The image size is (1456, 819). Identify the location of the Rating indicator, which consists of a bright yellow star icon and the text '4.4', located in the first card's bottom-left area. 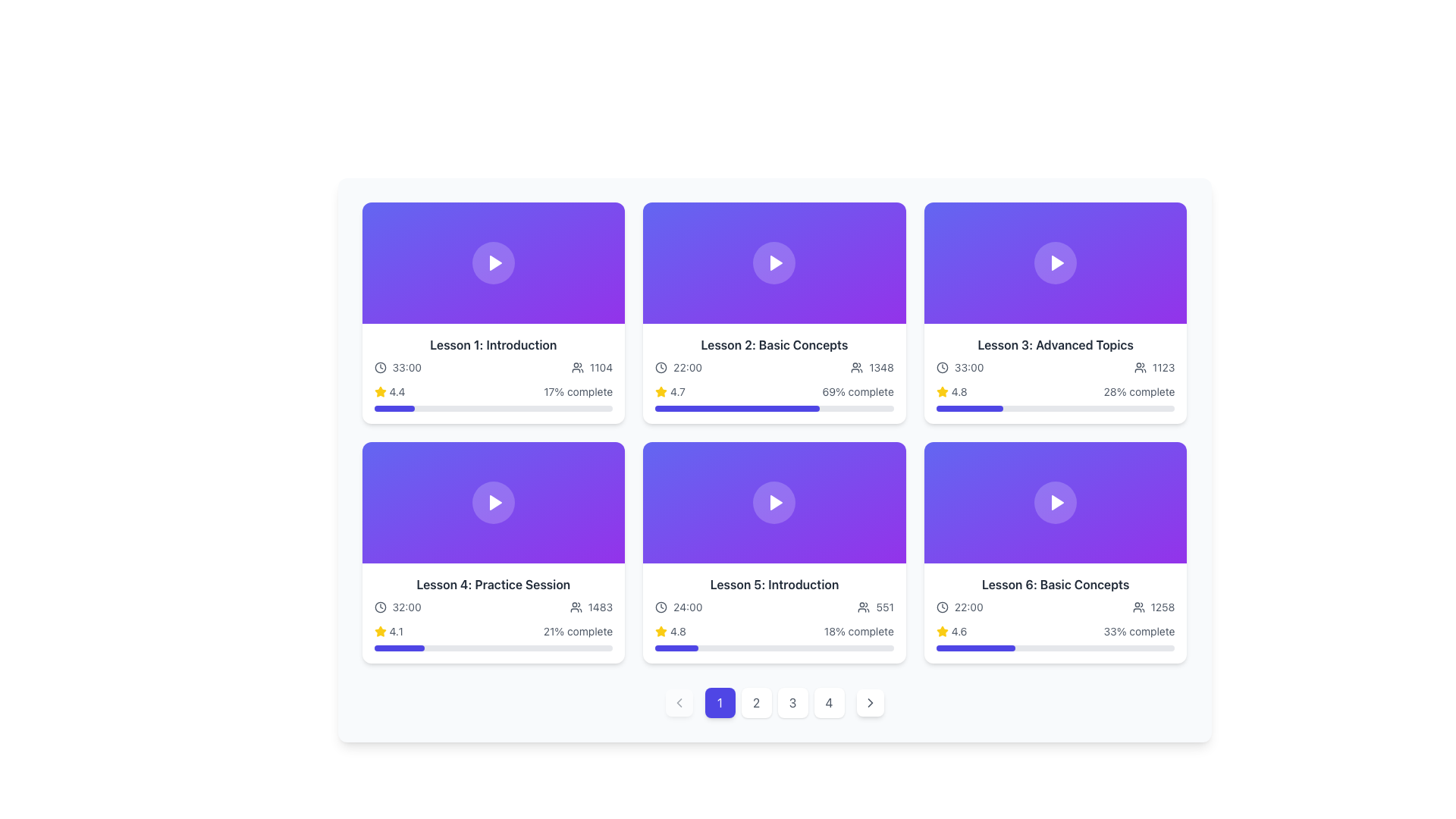
(389, 391).